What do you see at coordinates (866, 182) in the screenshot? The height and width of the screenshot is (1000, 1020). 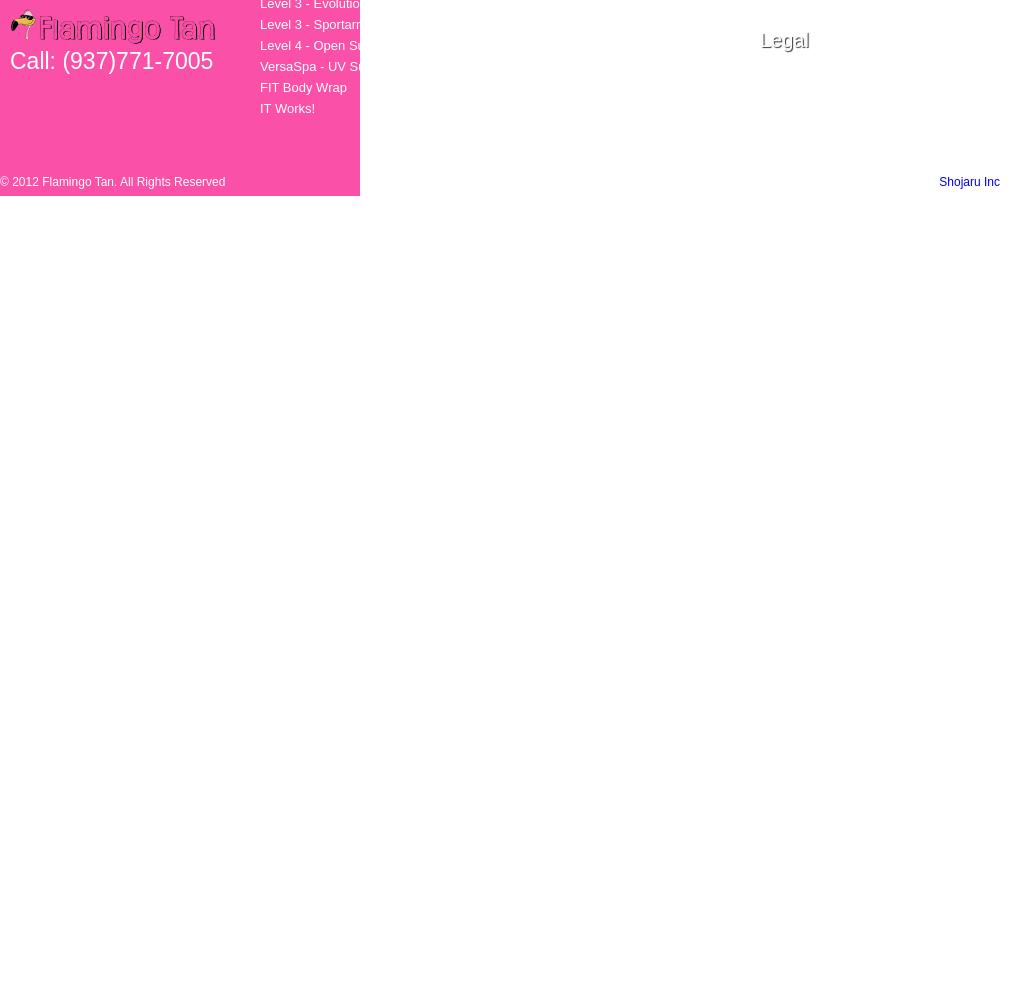 I see `'Designed & Developed By'` at bounding box center [866, 182].